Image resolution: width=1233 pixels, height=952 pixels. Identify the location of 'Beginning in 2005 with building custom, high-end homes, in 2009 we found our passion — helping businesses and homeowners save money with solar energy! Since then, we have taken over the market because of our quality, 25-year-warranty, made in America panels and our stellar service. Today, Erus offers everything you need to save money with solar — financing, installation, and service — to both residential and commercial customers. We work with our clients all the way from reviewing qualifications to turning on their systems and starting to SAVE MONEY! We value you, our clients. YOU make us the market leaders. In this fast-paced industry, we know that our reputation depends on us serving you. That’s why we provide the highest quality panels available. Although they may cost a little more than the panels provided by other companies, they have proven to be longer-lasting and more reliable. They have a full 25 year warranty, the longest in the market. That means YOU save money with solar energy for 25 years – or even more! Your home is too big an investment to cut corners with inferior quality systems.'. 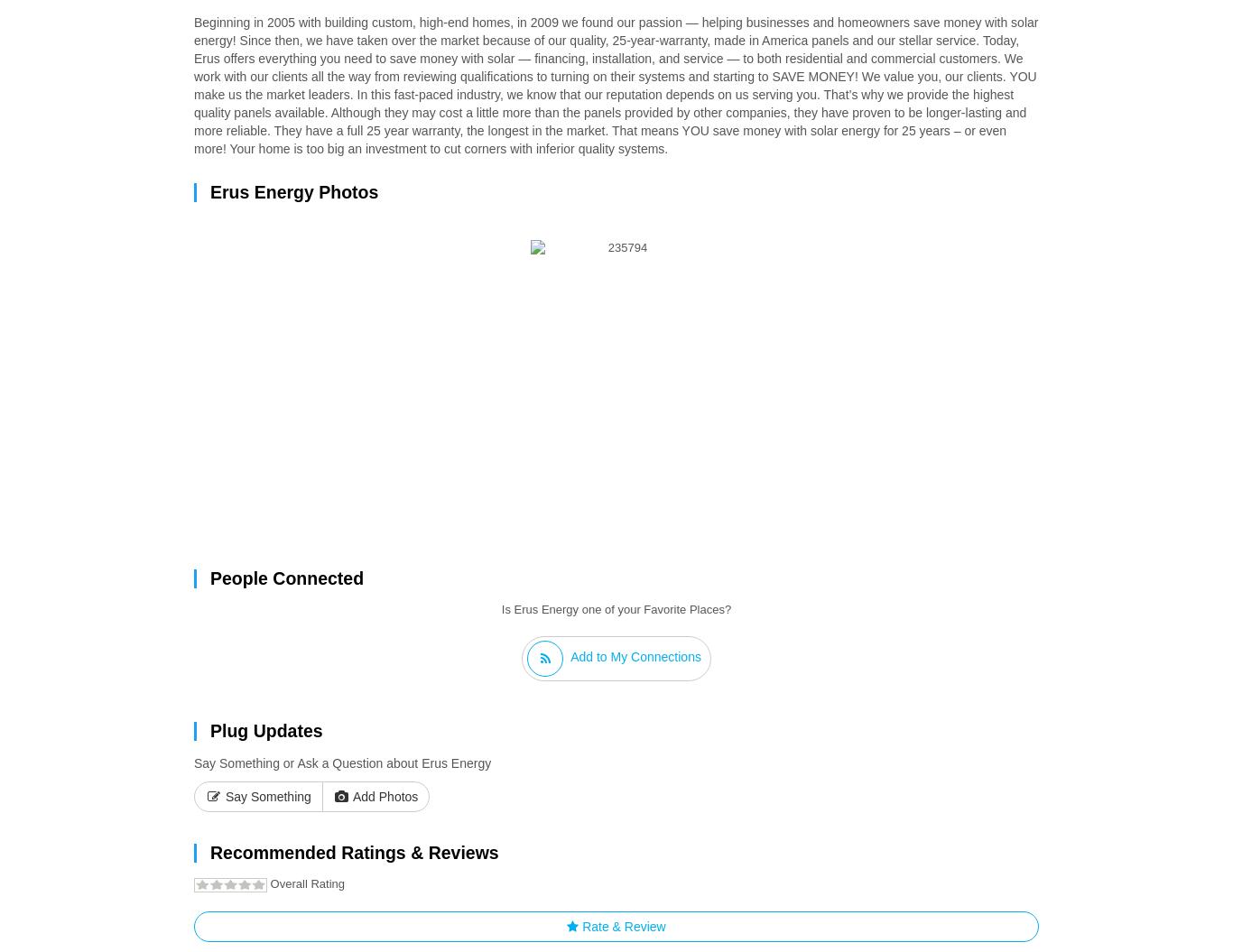
(615, 84).